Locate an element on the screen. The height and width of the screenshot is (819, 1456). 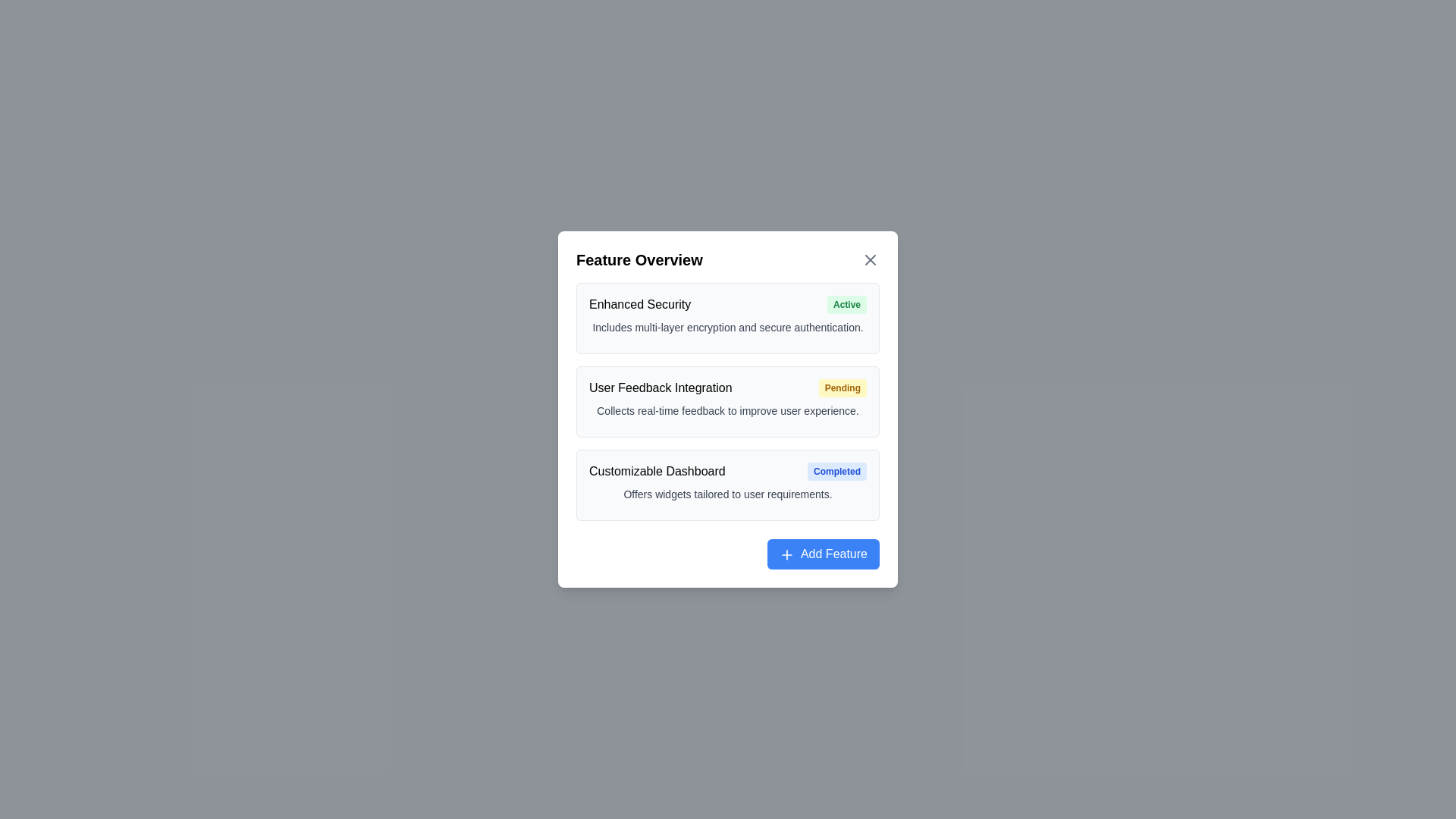
status badge indicating the completion of the 'Customizable Dashboard' feature, located in the lower section of the 'Feature Overview' modal, aligned with the corresponding text on the same row is located at coordinates (836, 470).